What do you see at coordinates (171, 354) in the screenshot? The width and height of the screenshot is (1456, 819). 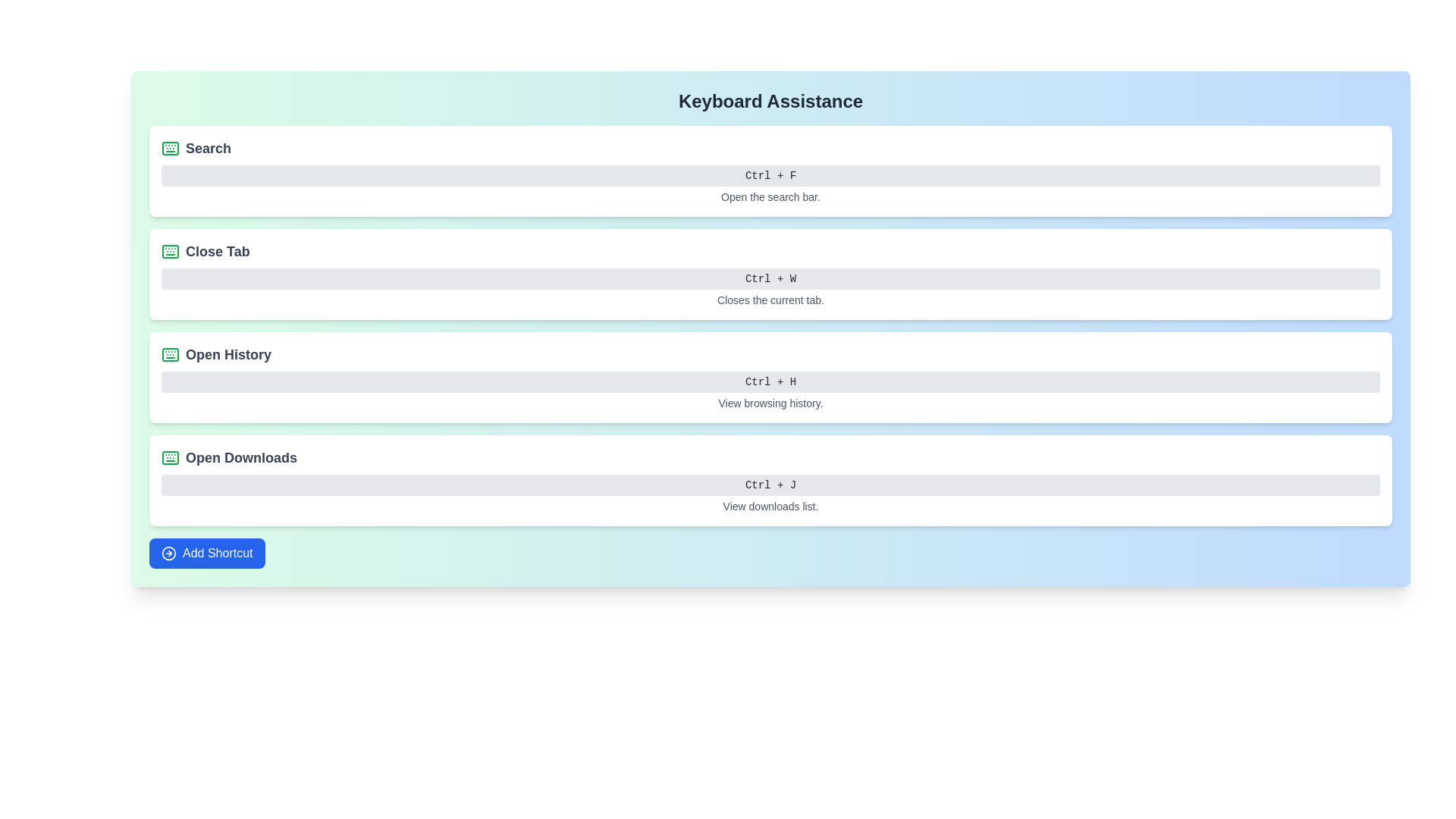 I see `the decorative graphical element that visually represents the key area of the keyboard icon to interact with the icon` at bounding box center [171, 354].